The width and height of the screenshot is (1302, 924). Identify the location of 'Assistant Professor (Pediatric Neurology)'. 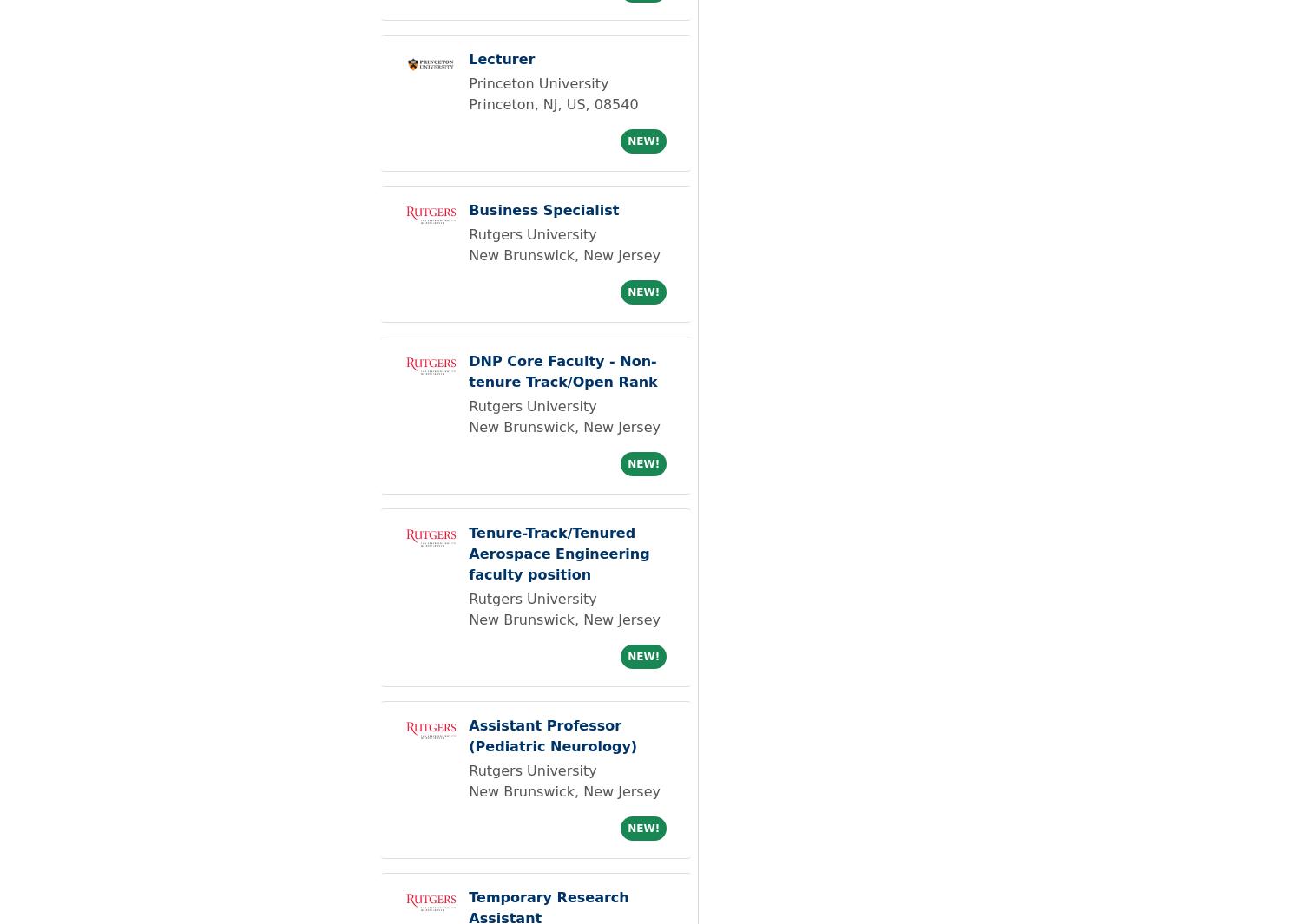
(469, 736).